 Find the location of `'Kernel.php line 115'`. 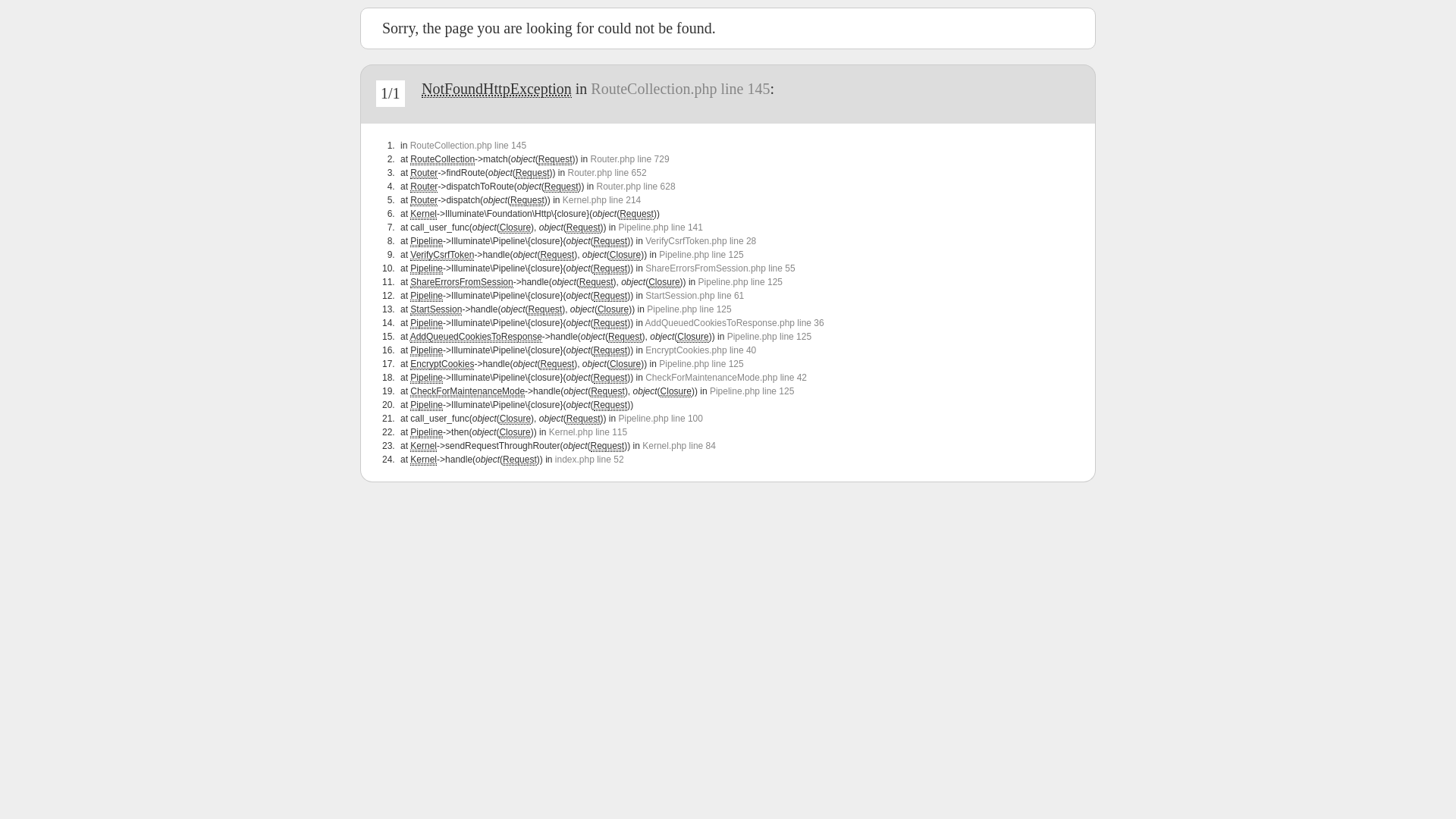

'Kernel.php line 115' is located at coordinates (587, 432).